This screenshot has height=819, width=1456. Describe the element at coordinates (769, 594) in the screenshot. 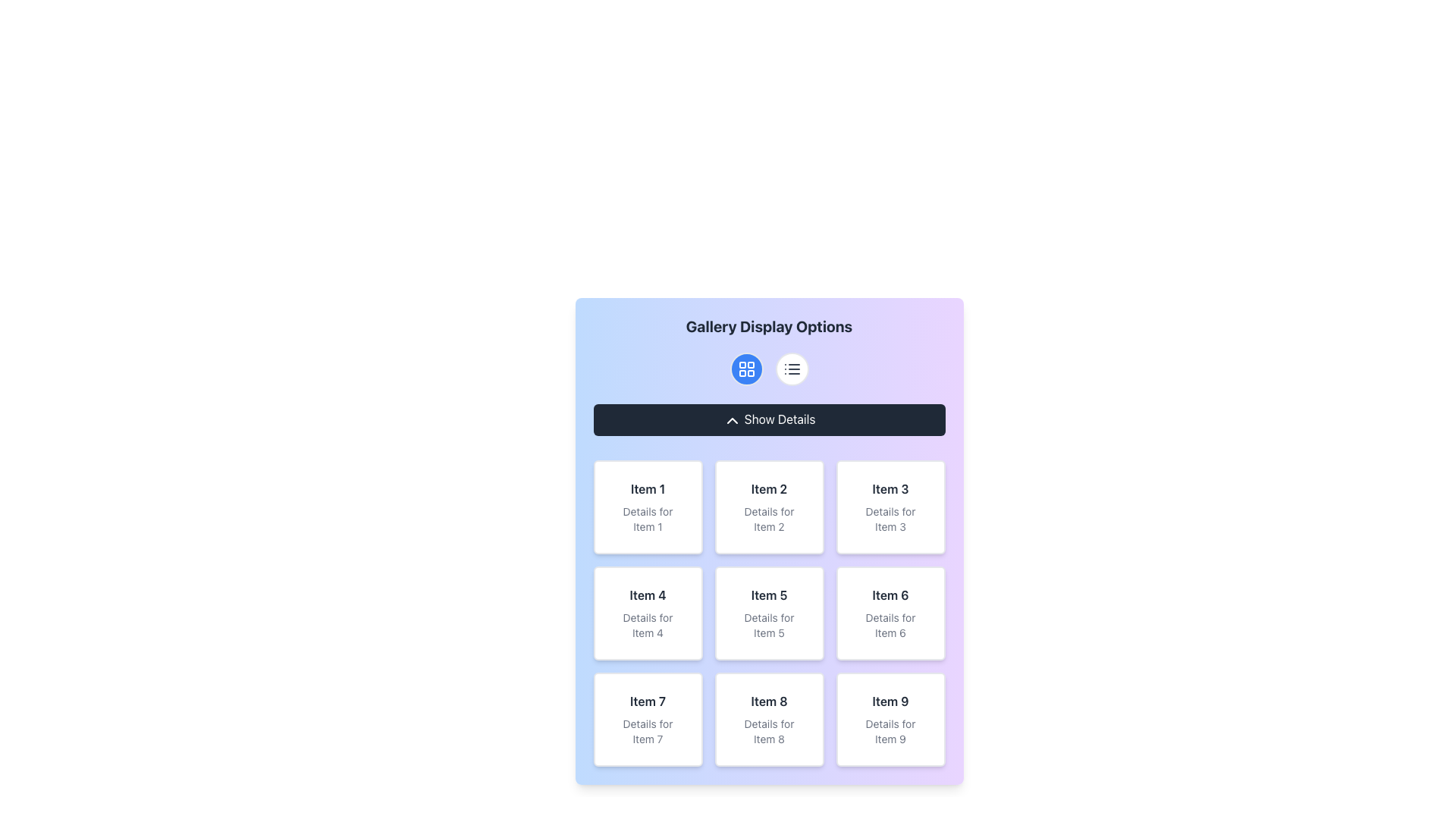

I see `the Text Label that serves as the title or identifier for the corresponding entry in the grid of items, located in the middle box of the second row` at that location.